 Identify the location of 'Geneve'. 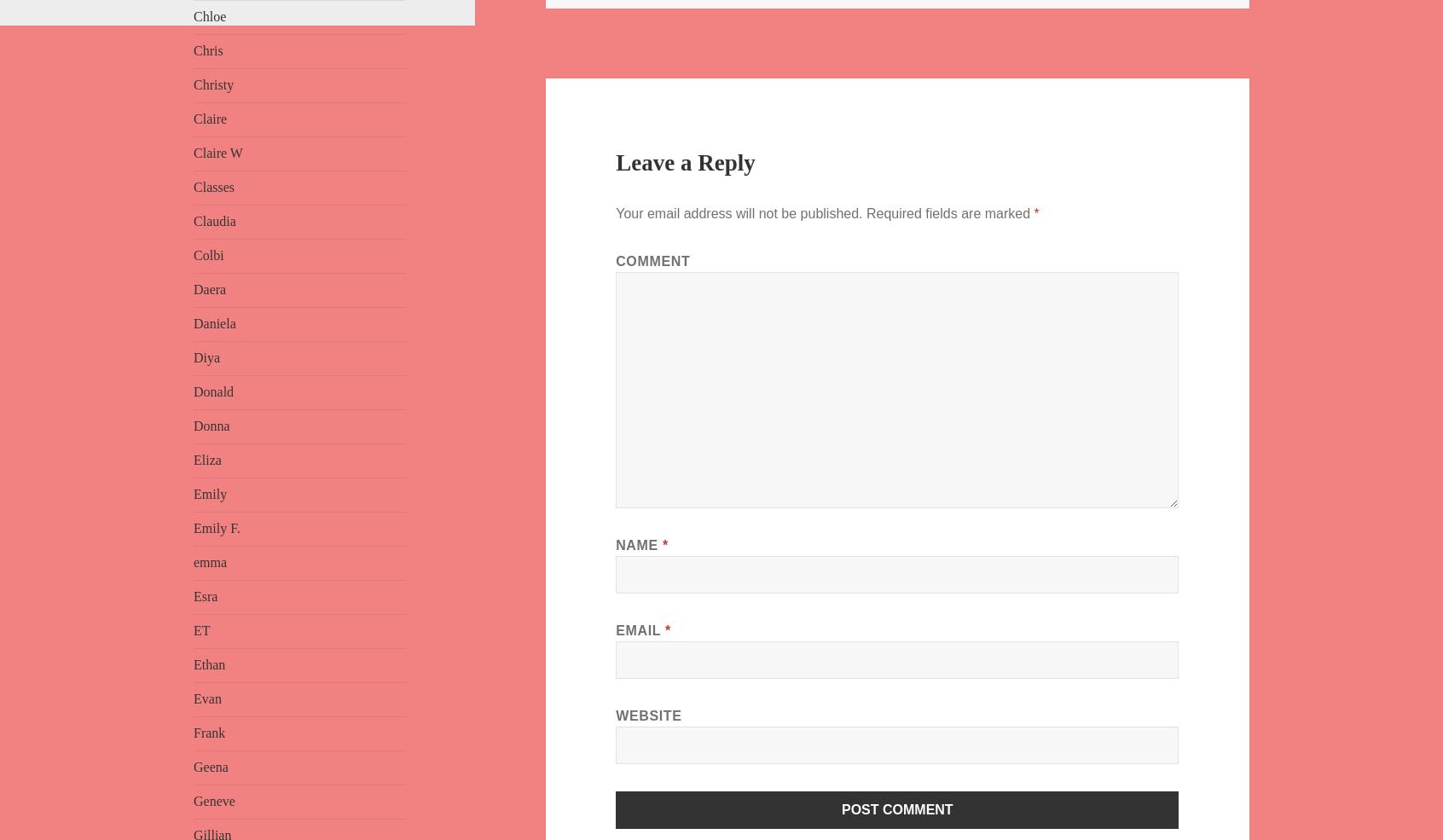
(213, 801).